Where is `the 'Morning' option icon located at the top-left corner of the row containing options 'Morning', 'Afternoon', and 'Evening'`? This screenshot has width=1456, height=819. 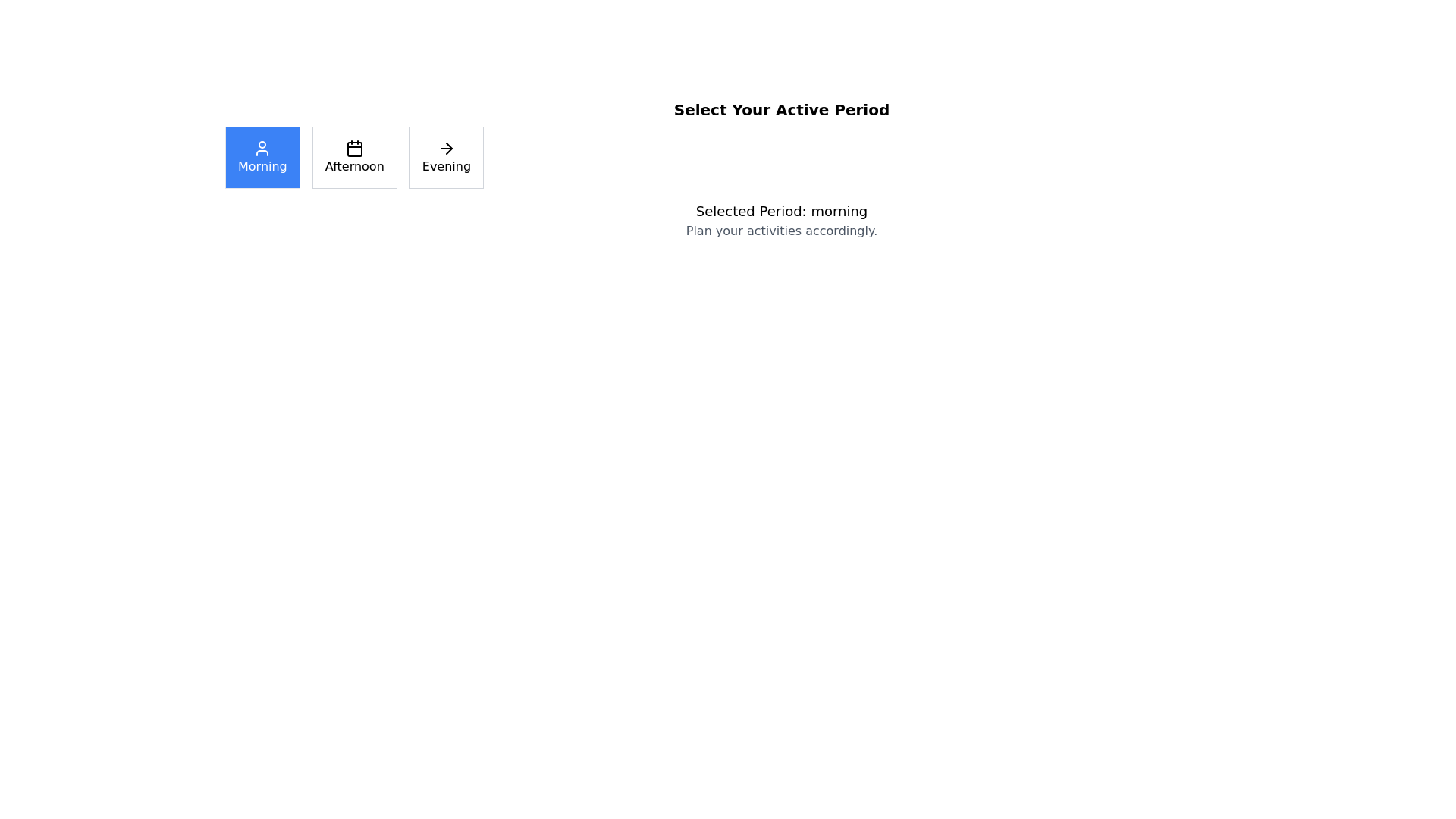 the 'Morning' option icon located at the top-left corner of the row containing options 'Morning', 'Afternoon', and 'Evening' is located at coordinates (262, 149).